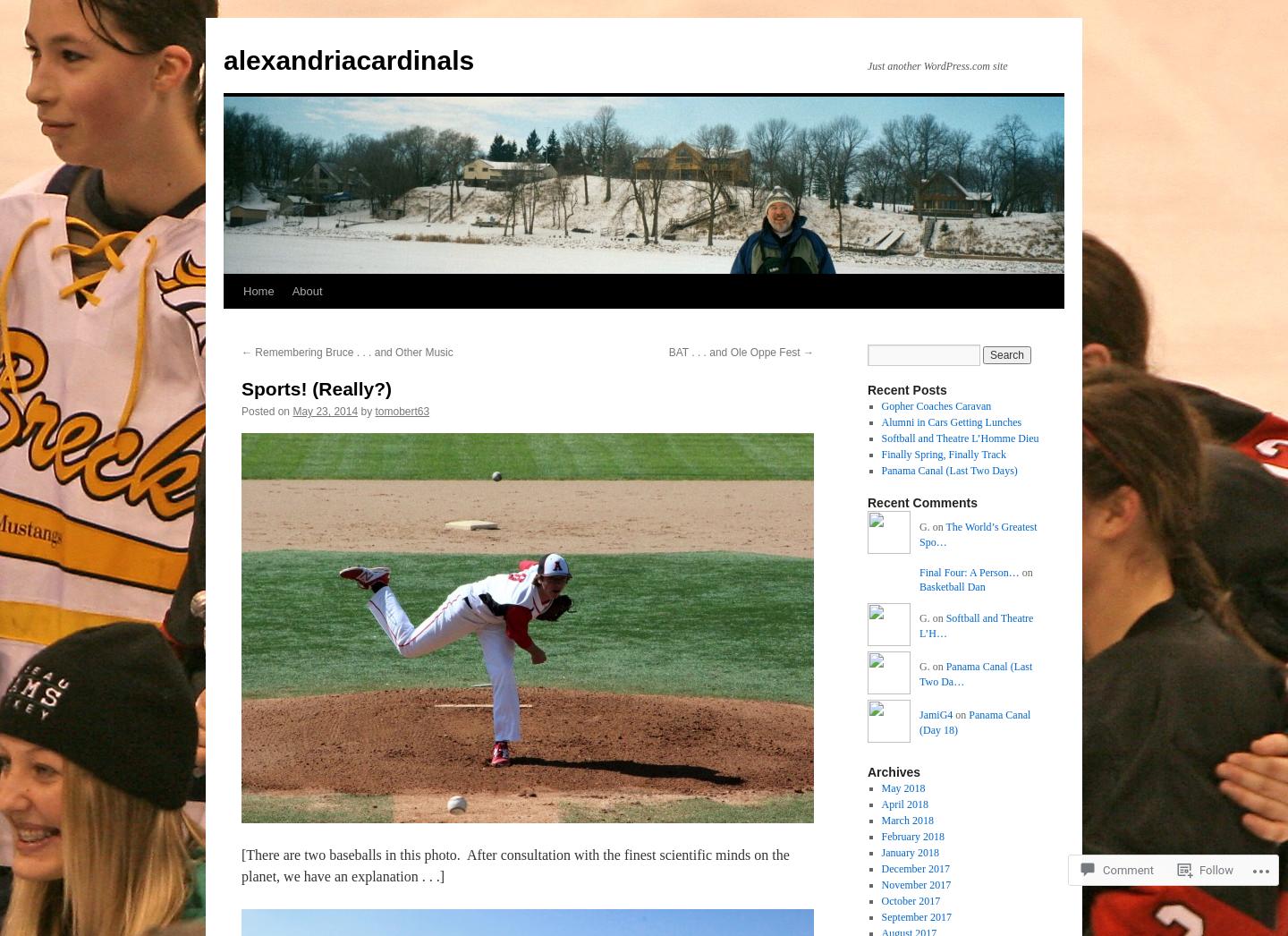  I want to click on 'Panama Canal (Last Two Days)', so click(879, 470).